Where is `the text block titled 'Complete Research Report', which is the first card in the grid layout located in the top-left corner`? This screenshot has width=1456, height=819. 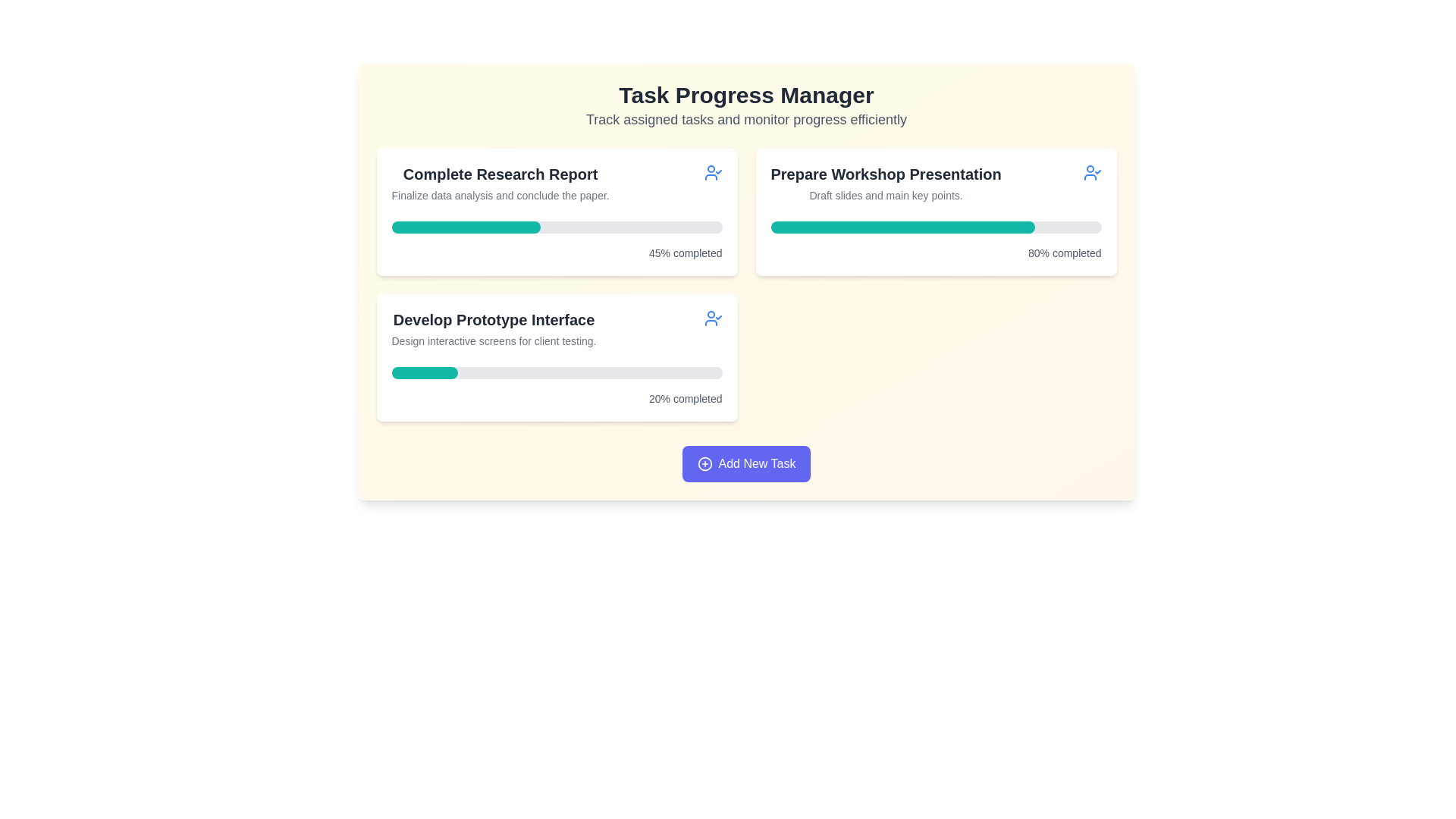
the text block titled 'Complete Research Report', which is the first card in the grid layout located in the top-left corner is located at coordinates (500, 183).